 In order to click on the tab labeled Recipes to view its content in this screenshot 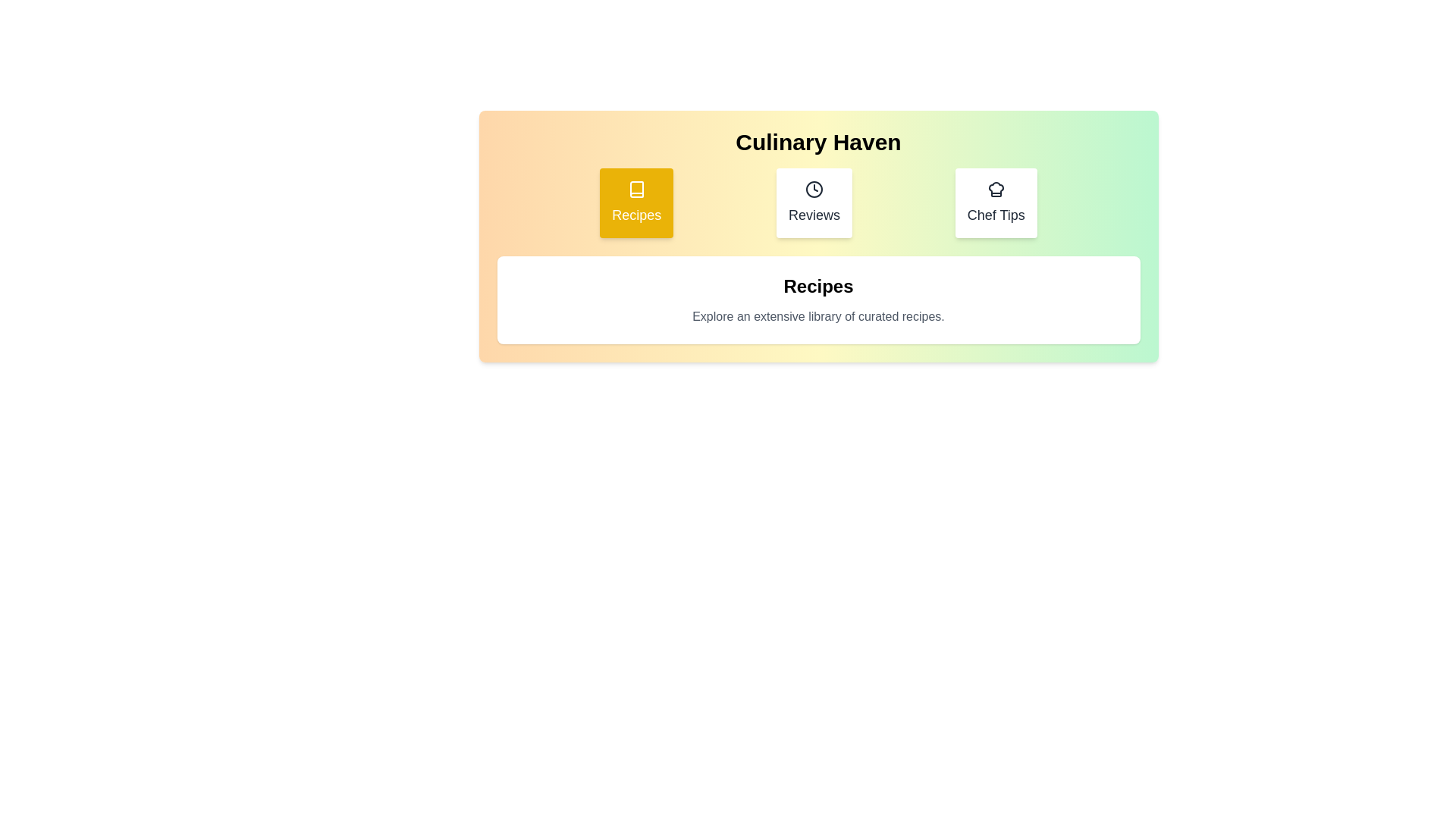, I will do `click(636, 202)`.